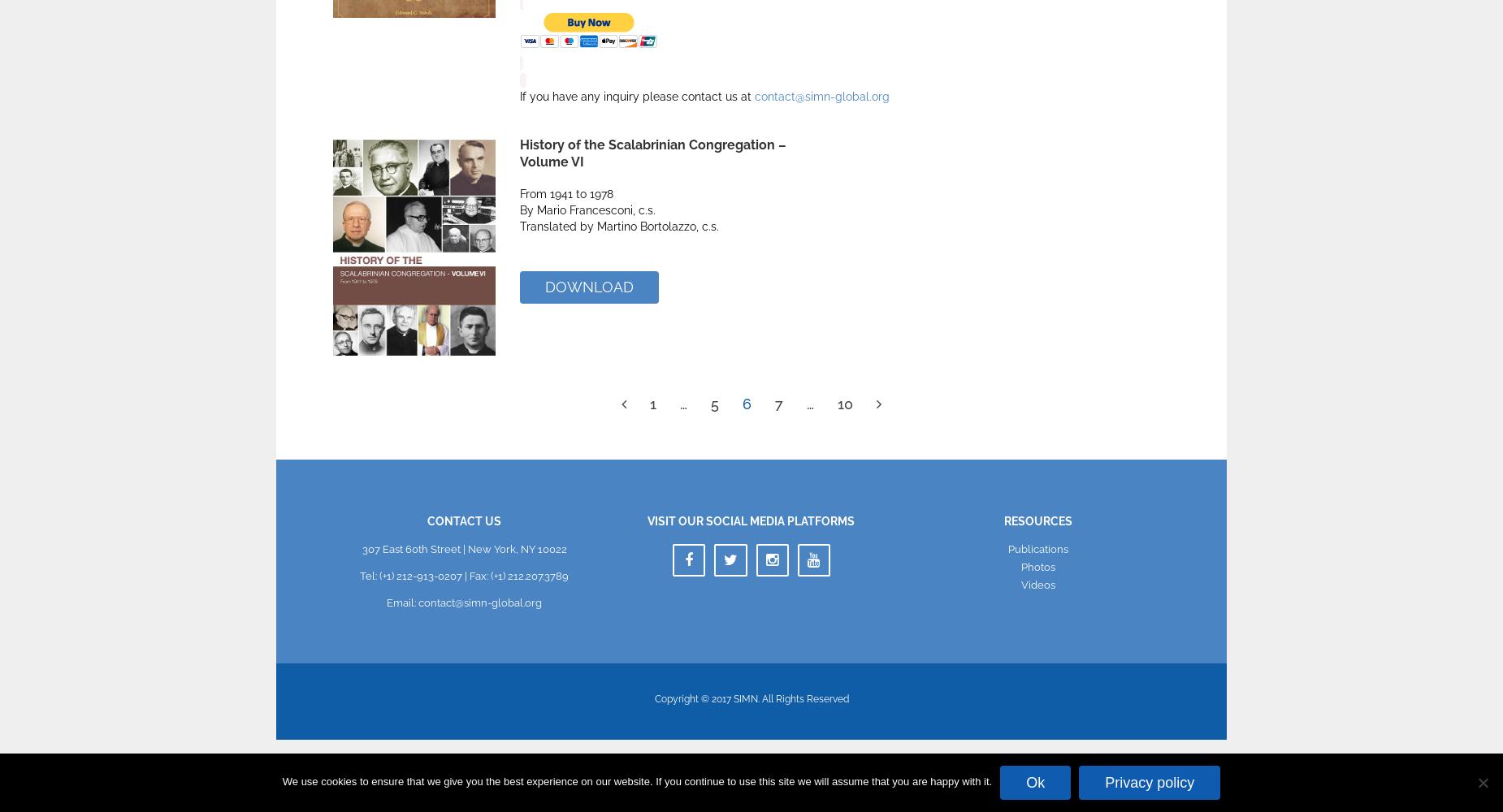 Image resolution: width=1503 pixels, height=812 pixels. What do you see at coordinates (774, 402) in the screenshot?
I see `'7'` at bounding box center [774, 402].